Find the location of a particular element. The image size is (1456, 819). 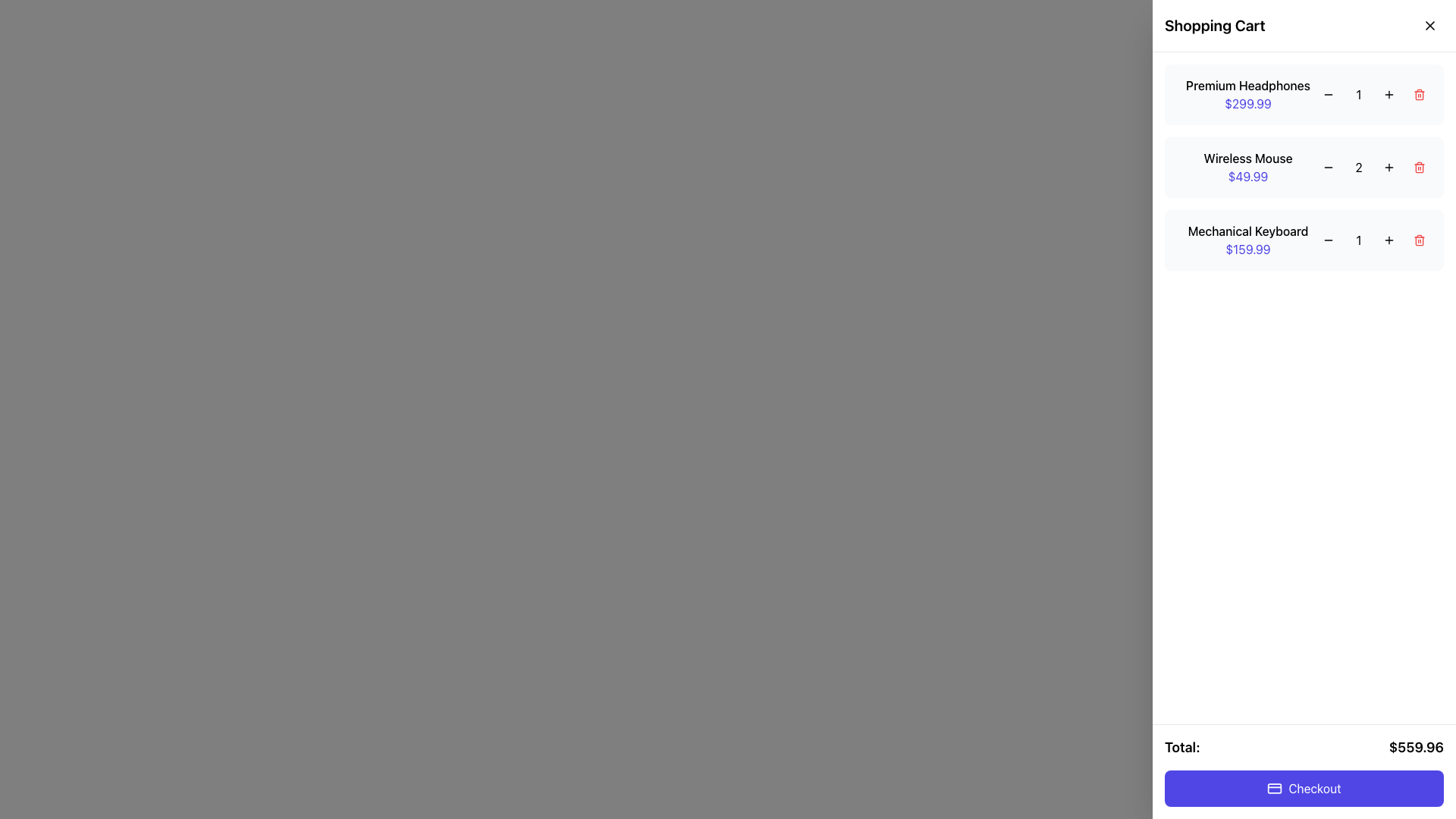

the 'Checkout' button with a vibrant indigo background and white text to change its background color is located at coordinates (1303, 788).